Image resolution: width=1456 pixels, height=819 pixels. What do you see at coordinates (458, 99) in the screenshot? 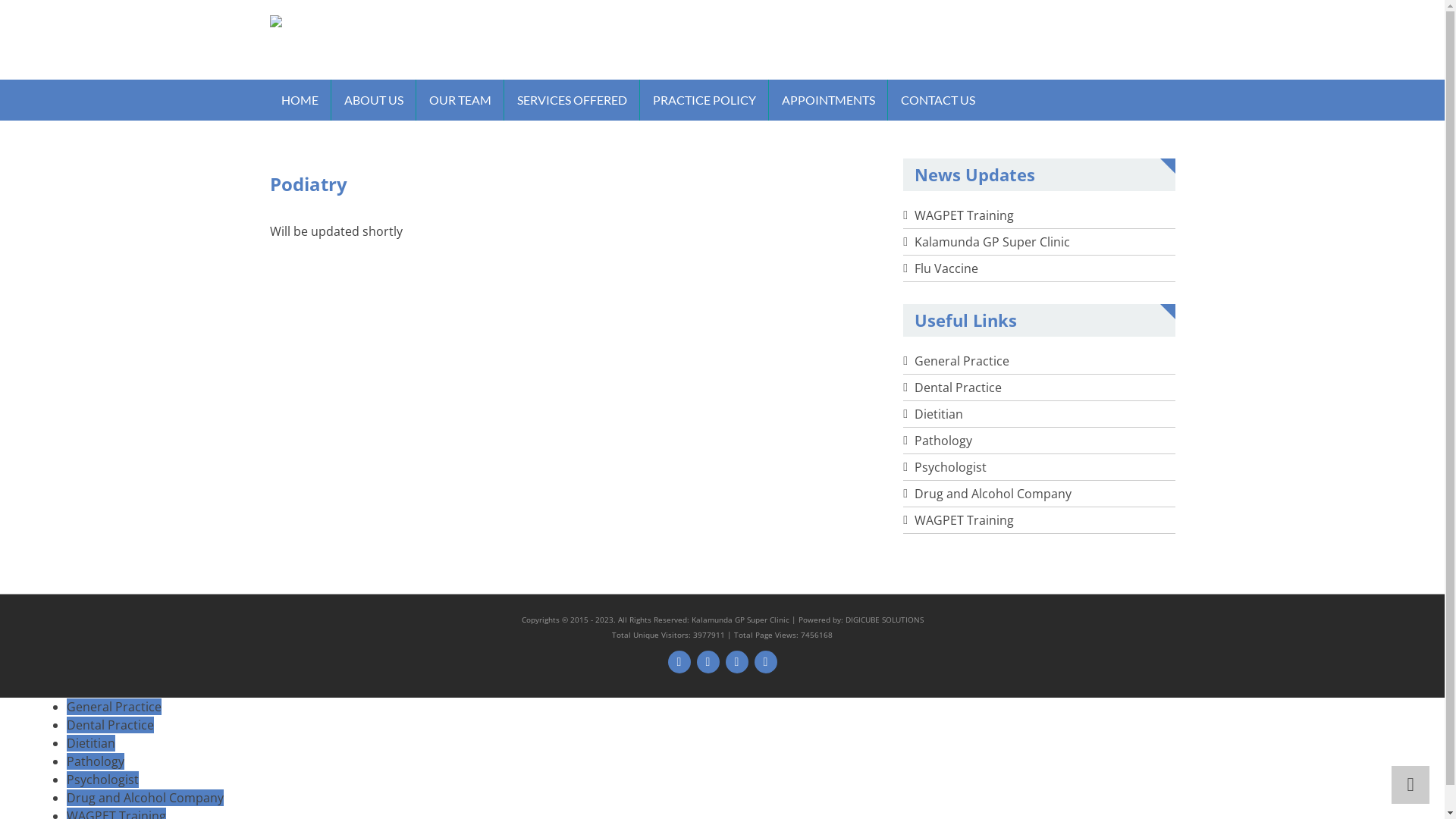
I see `'OUR TEAM'` at bounding box center [458, 99].